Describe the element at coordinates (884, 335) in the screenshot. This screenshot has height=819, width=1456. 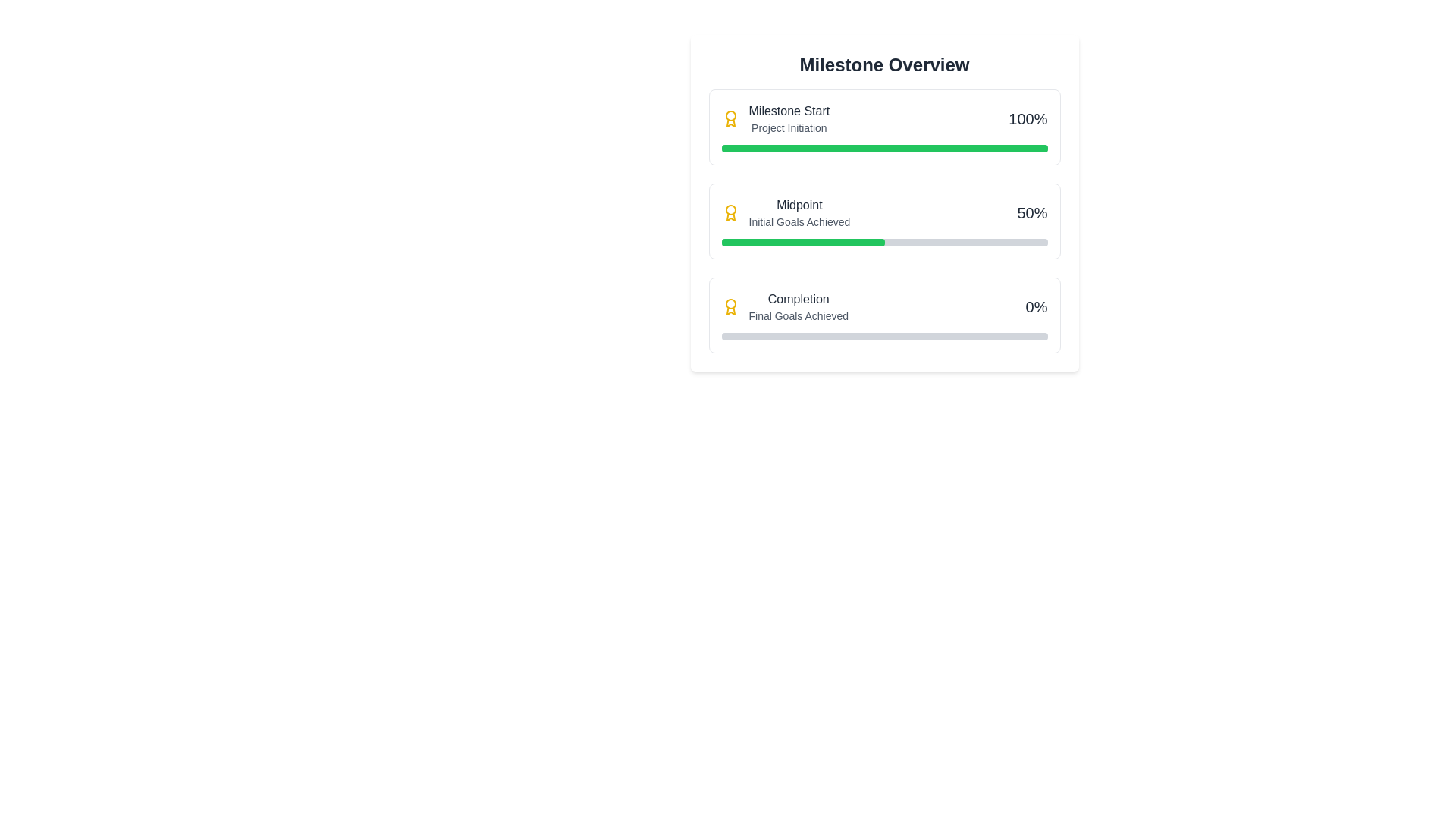
I see `the slim, rounded rectangular progress bar located under the label 'Completion Final Goals Achieved', which currently shows no progress` at that location.